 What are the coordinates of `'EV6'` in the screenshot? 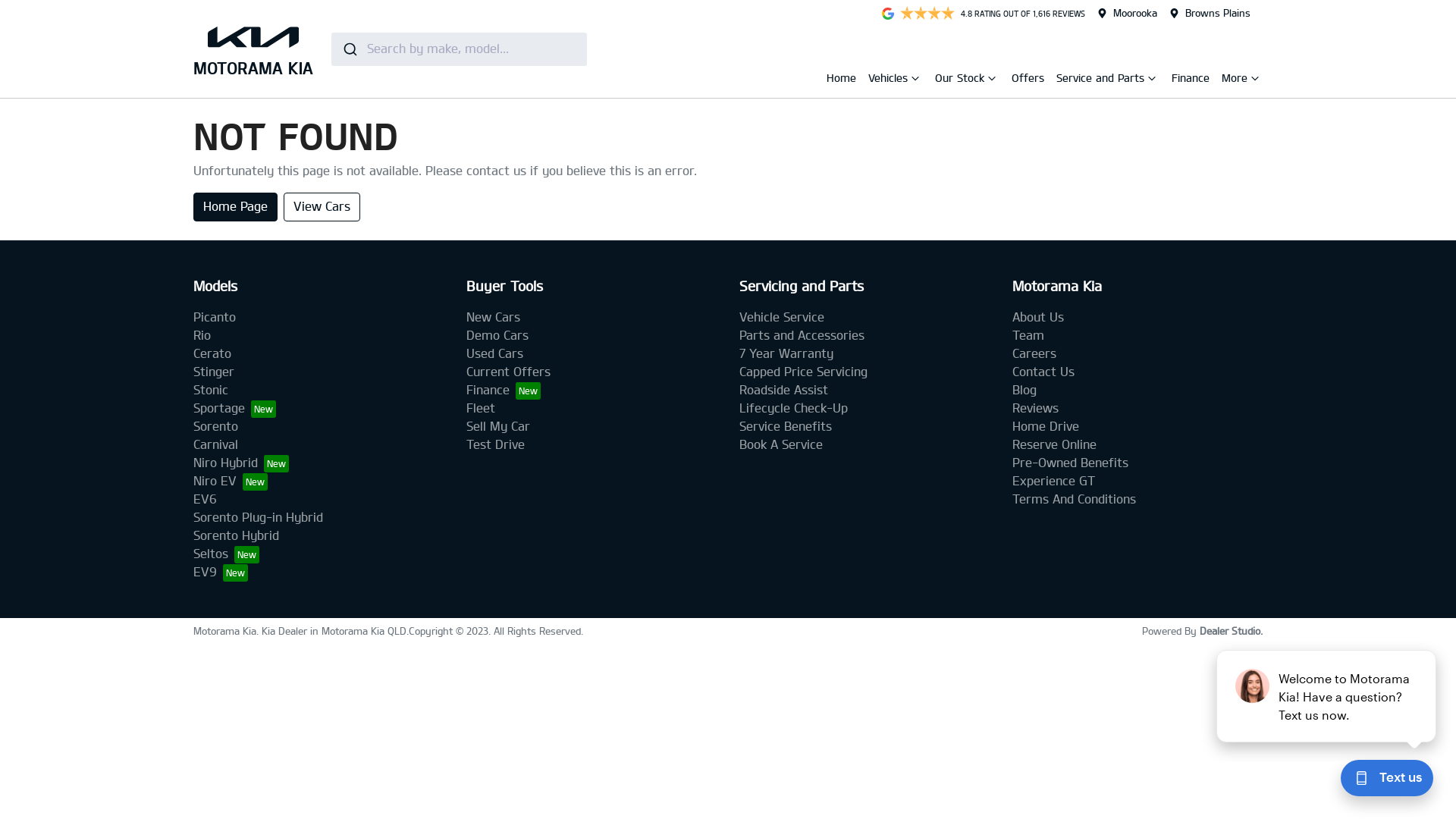 It's located at (204, 499).